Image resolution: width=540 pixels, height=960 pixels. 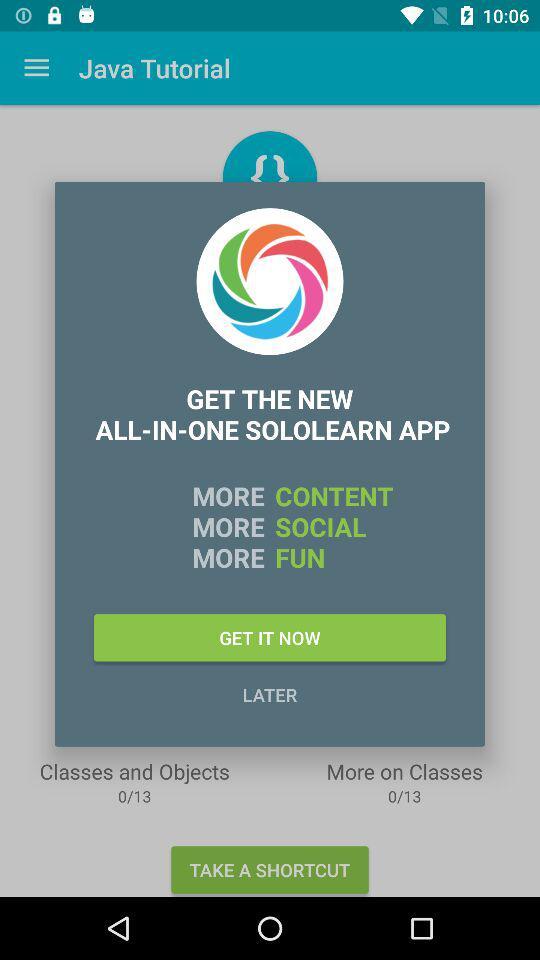 I want to click on icon below more, so click(x=270, y=636).